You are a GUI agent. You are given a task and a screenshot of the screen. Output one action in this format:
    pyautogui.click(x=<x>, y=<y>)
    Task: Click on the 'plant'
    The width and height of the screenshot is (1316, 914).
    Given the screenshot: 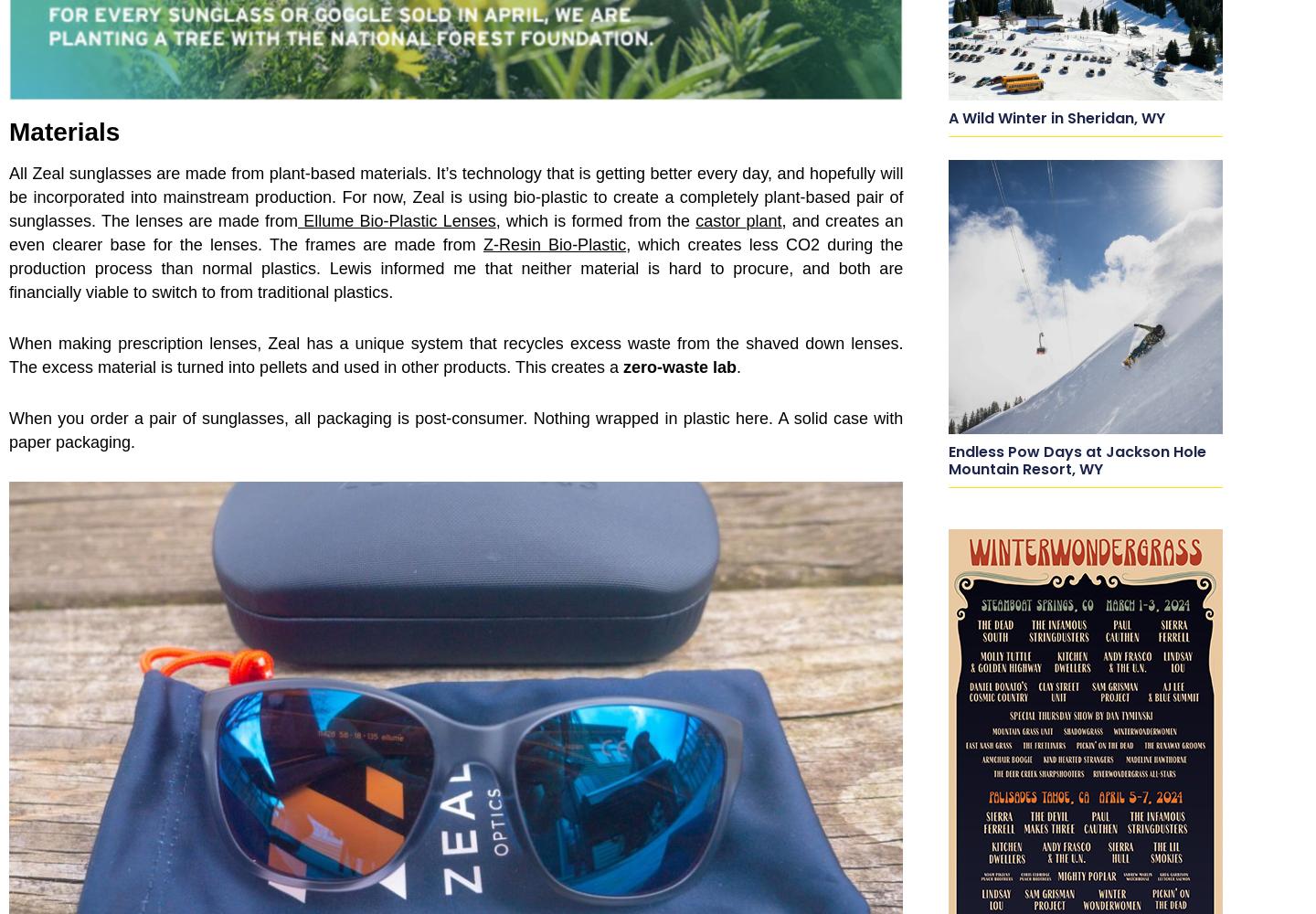 What is the action you would take?
    pyautogui.click(x=763, y=220)
    